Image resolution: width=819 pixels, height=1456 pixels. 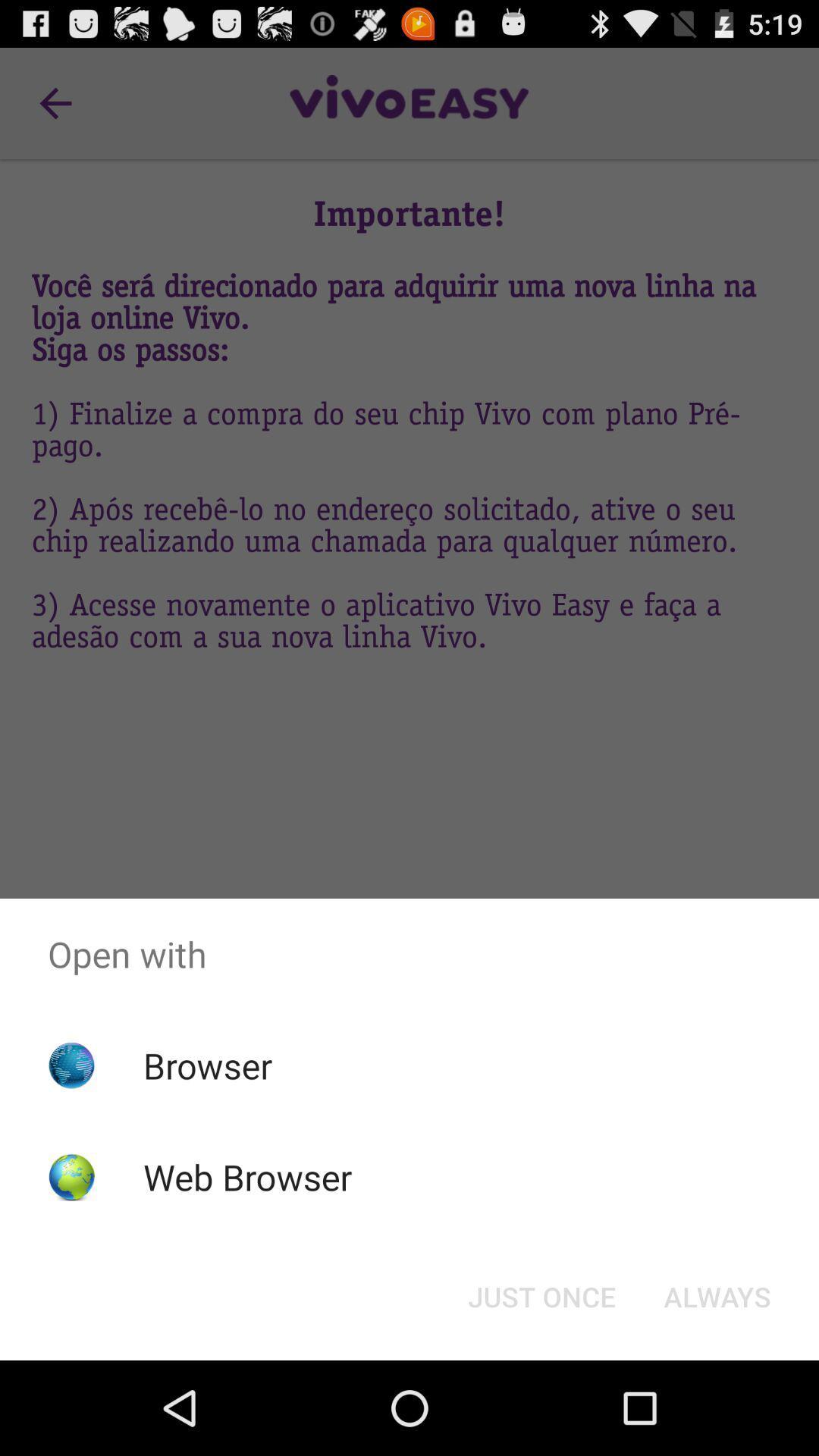 What do you see at coordinates (717, 1295) in the screenshot?
I see `icon at the bottom right corner` at bounding box center [717, 1295].